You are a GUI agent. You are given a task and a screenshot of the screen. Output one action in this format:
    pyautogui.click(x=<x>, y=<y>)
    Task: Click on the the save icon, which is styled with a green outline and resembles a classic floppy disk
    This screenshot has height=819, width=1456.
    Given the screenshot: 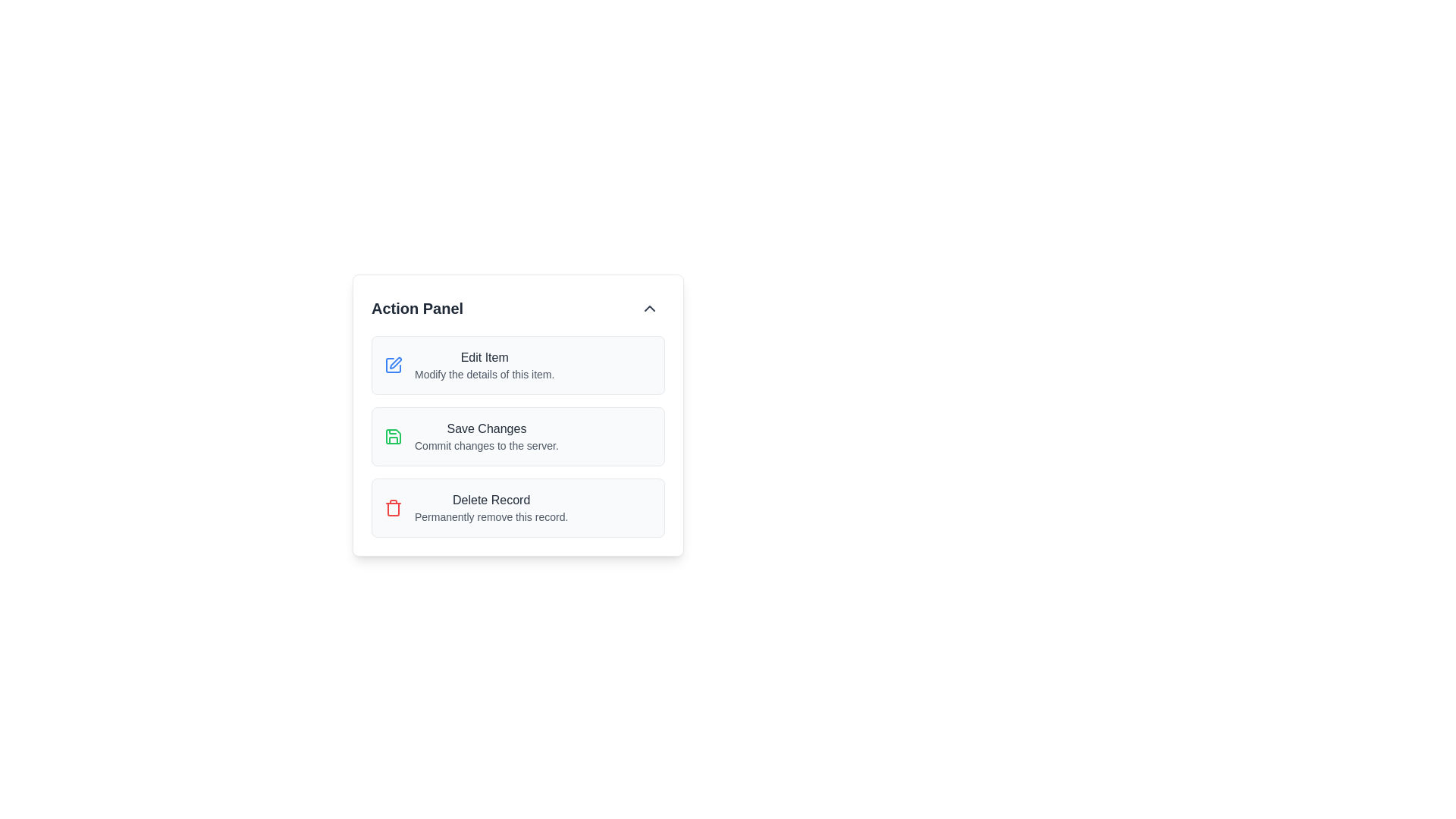 What is the action you would take?
    pyautogui.click(x=393, y=436)
    